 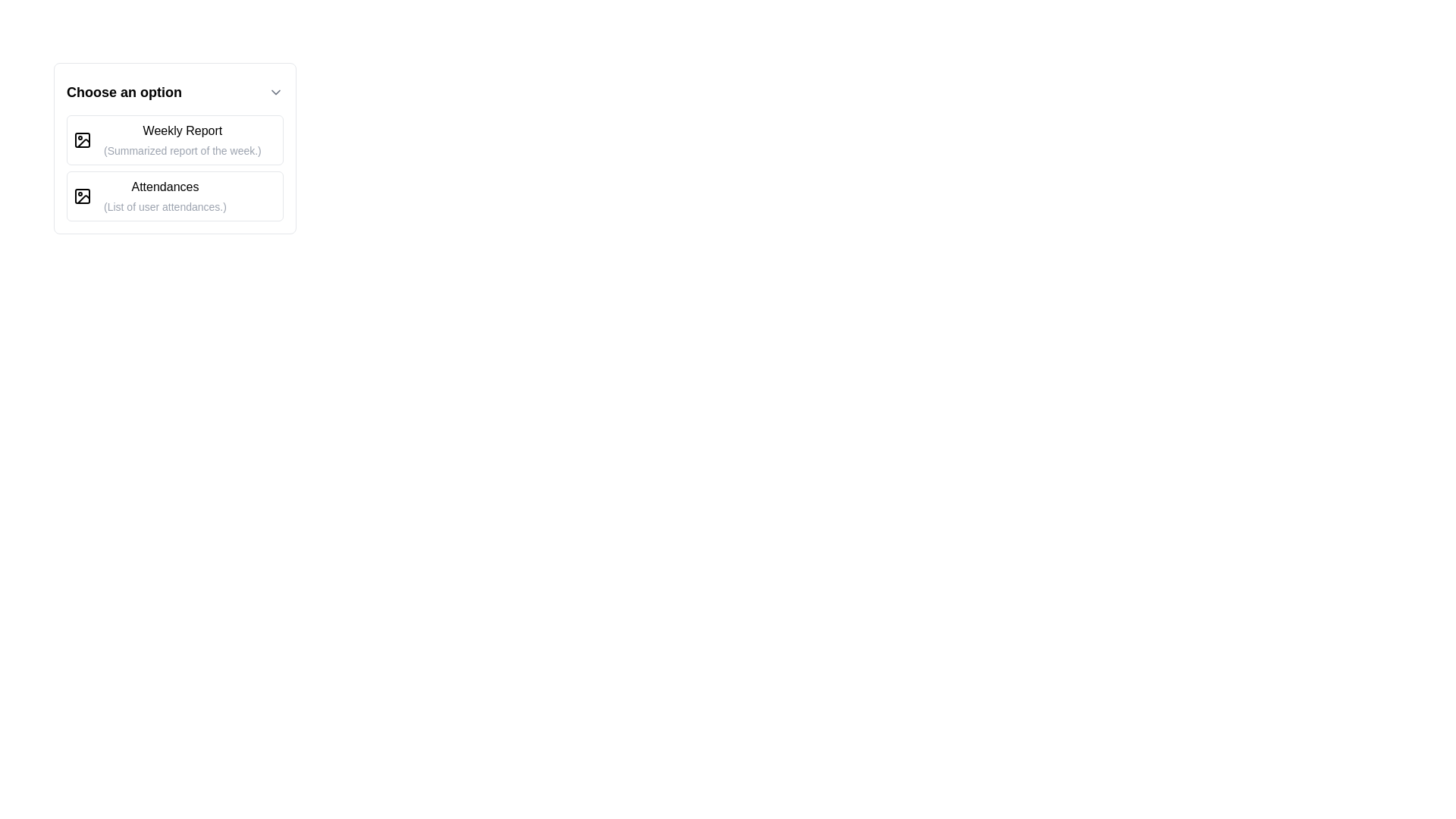 What do you see at coordinates (82, 140) in the screenshot?
I see `the rectangular base of the image icon located near the top-left corner of the 'Weekly Report' icon` at bounding box center [82, 140].